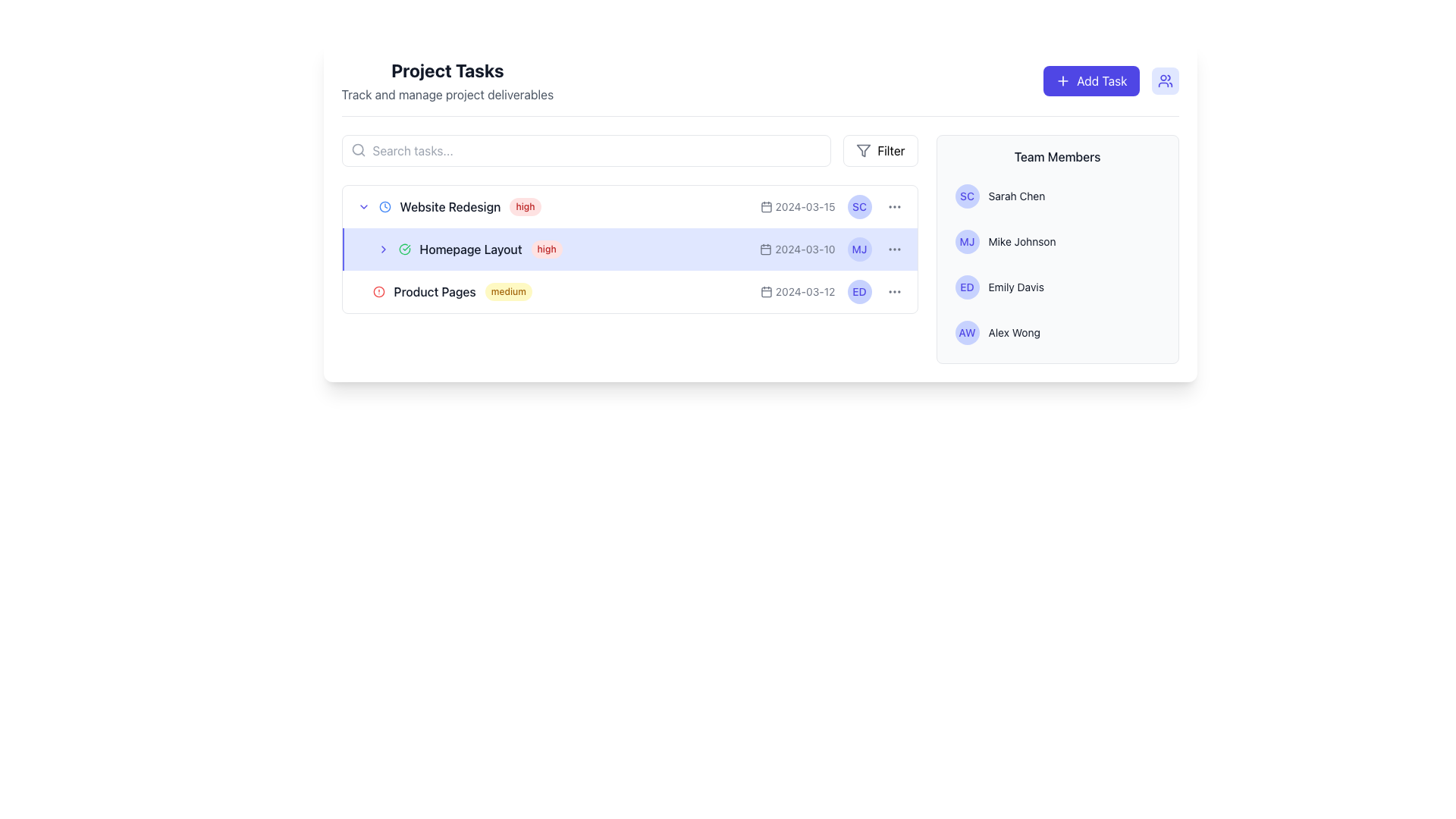 The width and height of the screenshot is (1456, 819). What do you see at coordinates (1056, 287) in the screenshot?
I see `the List item displaying user information with initials 'ED' and name 'Emily Davis' in the 'Team Members' section` at bounding box center [1056, 287].